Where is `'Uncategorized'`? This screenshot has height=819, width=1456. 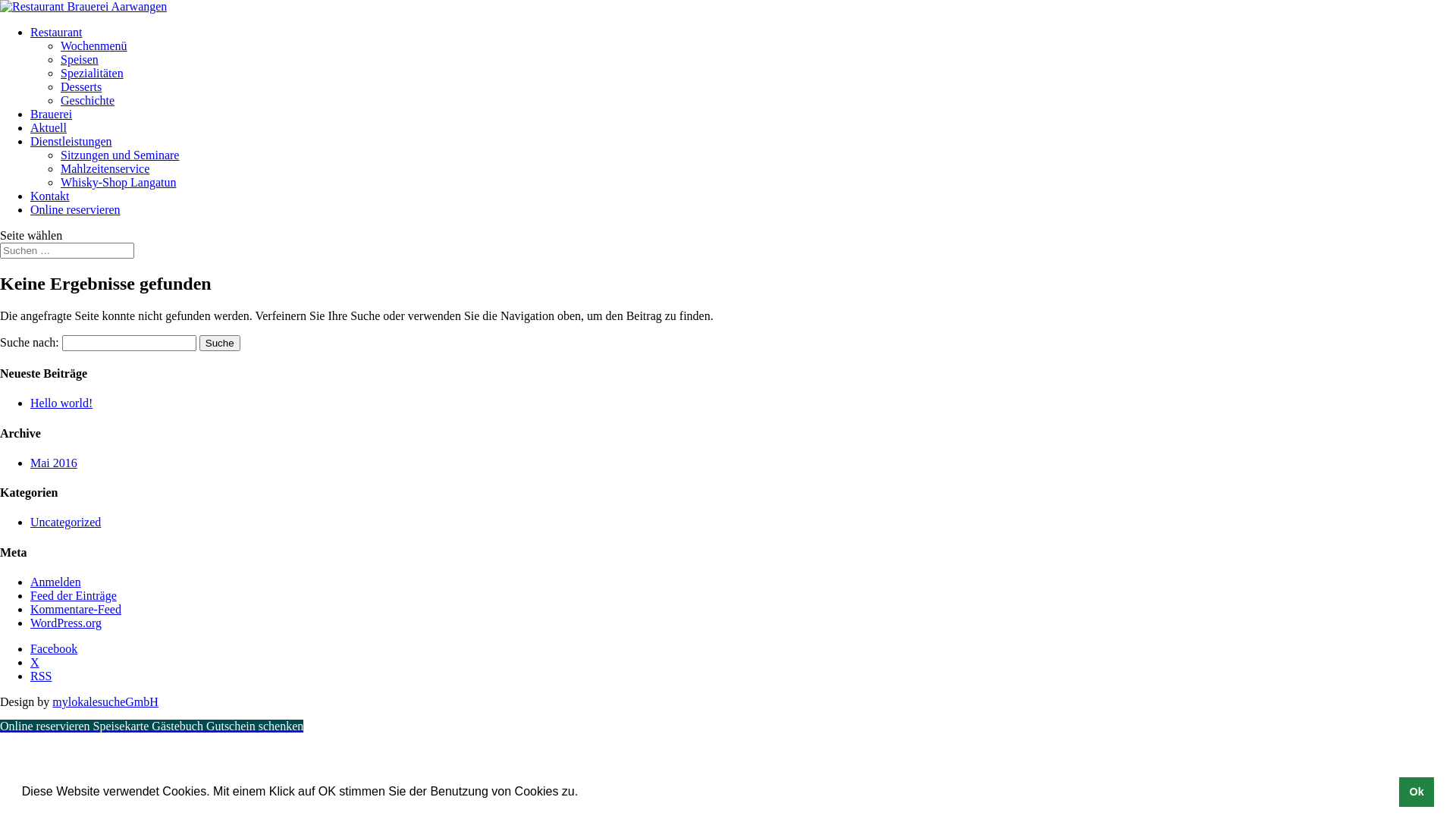 'Uncategorized' is located at coordinates (64, 521).